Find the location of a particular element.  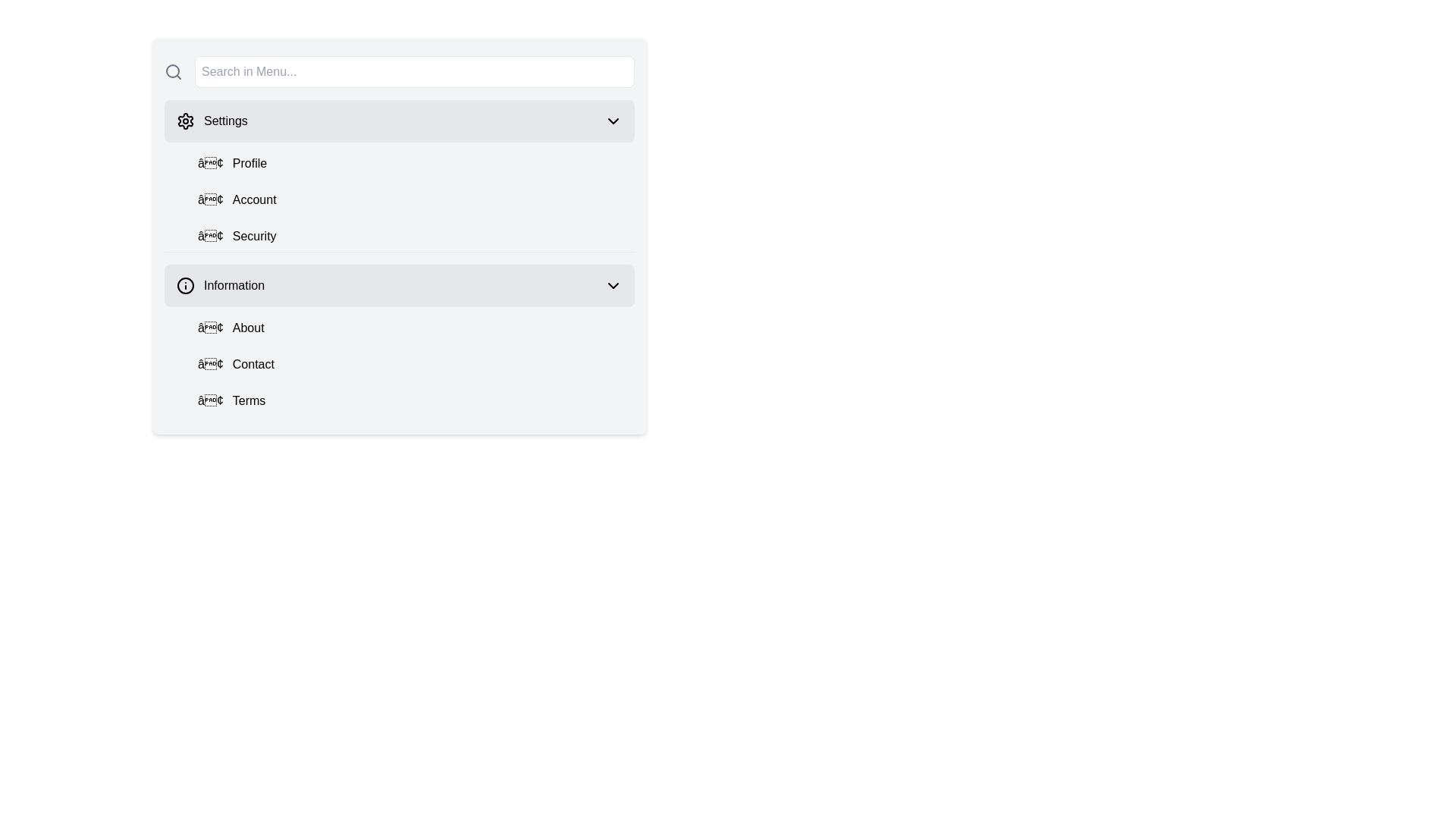

small textual icon resembling a dot or bullet point located to the left of the 'Terms' label in the 'Information' section of the dropdown menu is located at coordinates (209, 400).